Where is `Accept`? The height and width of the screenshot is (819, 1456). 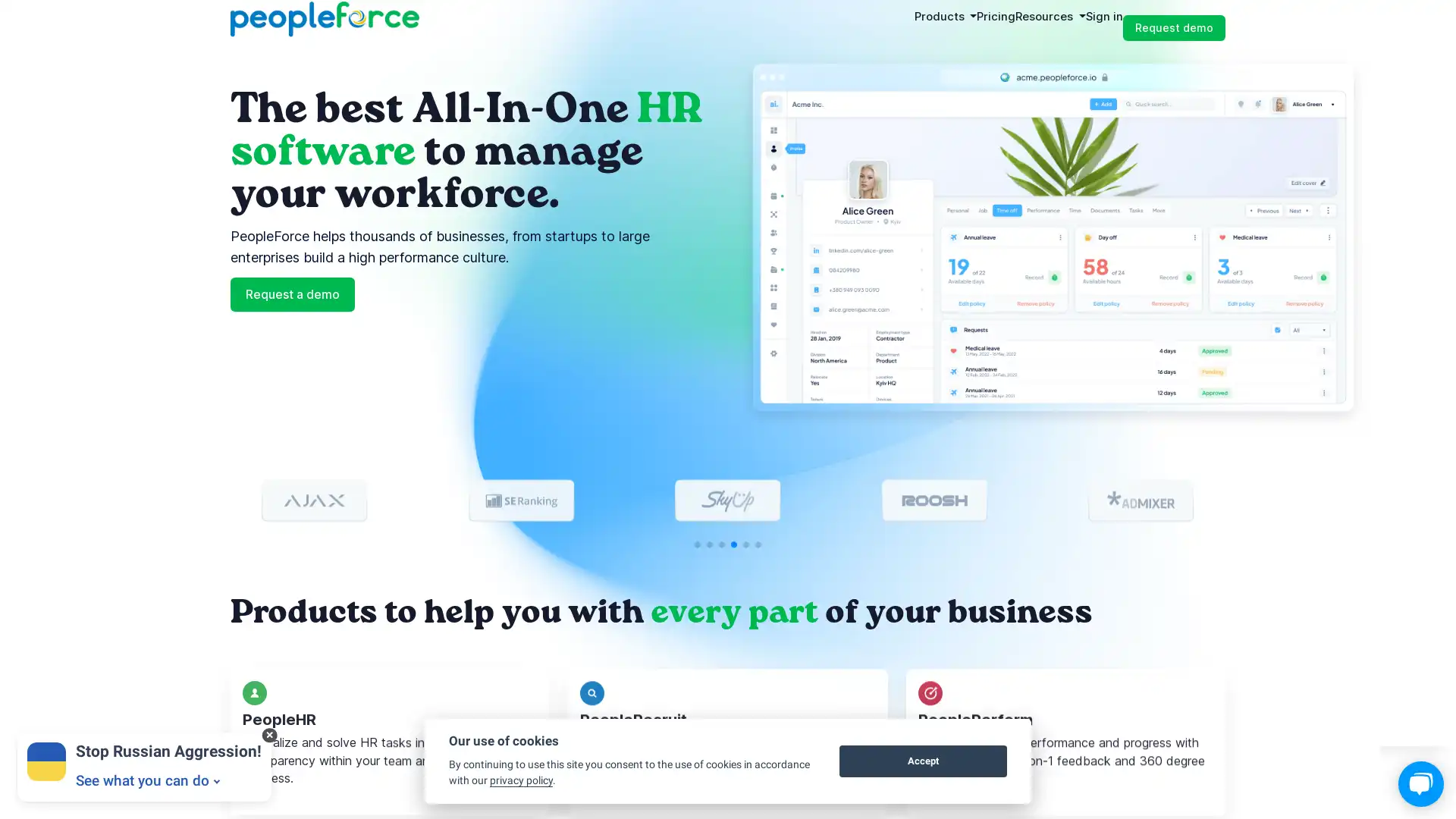
Accept is located at coordinates (922, 761).